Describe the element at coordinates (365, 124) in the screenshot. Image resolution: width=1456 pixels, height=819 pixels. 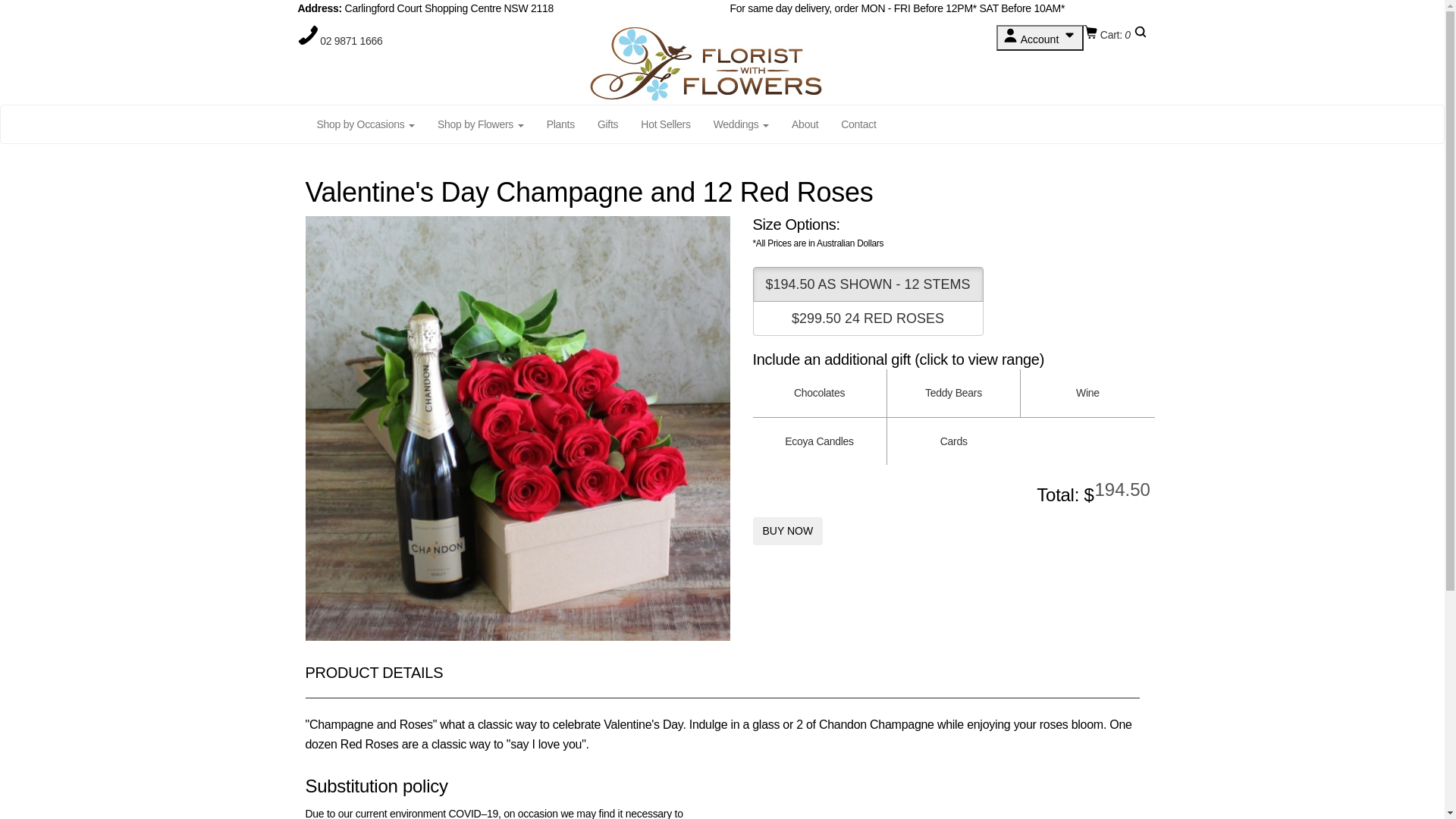
I see `'Shop by Occasions'` at that location.